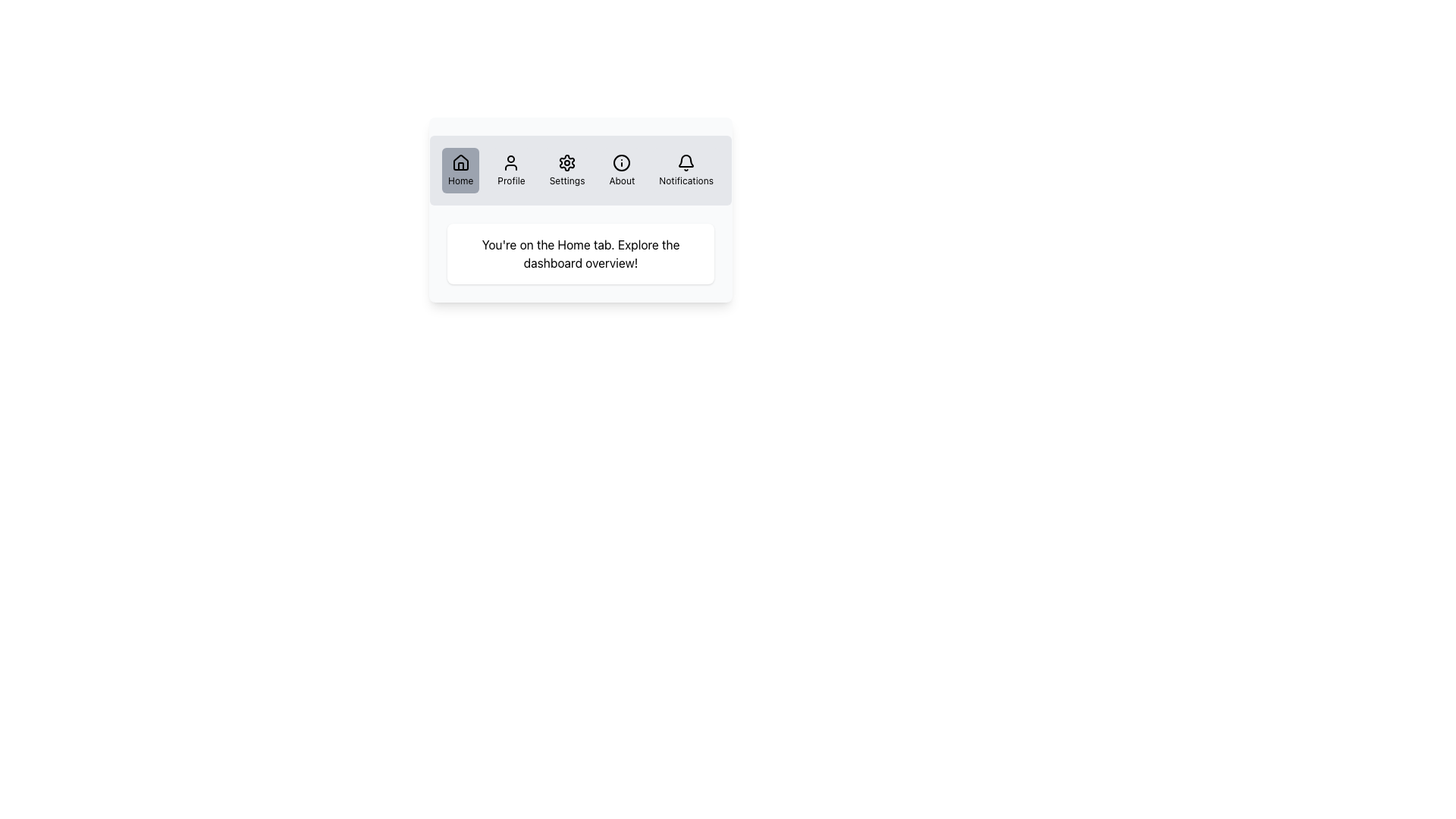  Describe the element at coordinates (566, 163) in the screenshot. I see `the gear icon resembling a settings symbol` at that location.